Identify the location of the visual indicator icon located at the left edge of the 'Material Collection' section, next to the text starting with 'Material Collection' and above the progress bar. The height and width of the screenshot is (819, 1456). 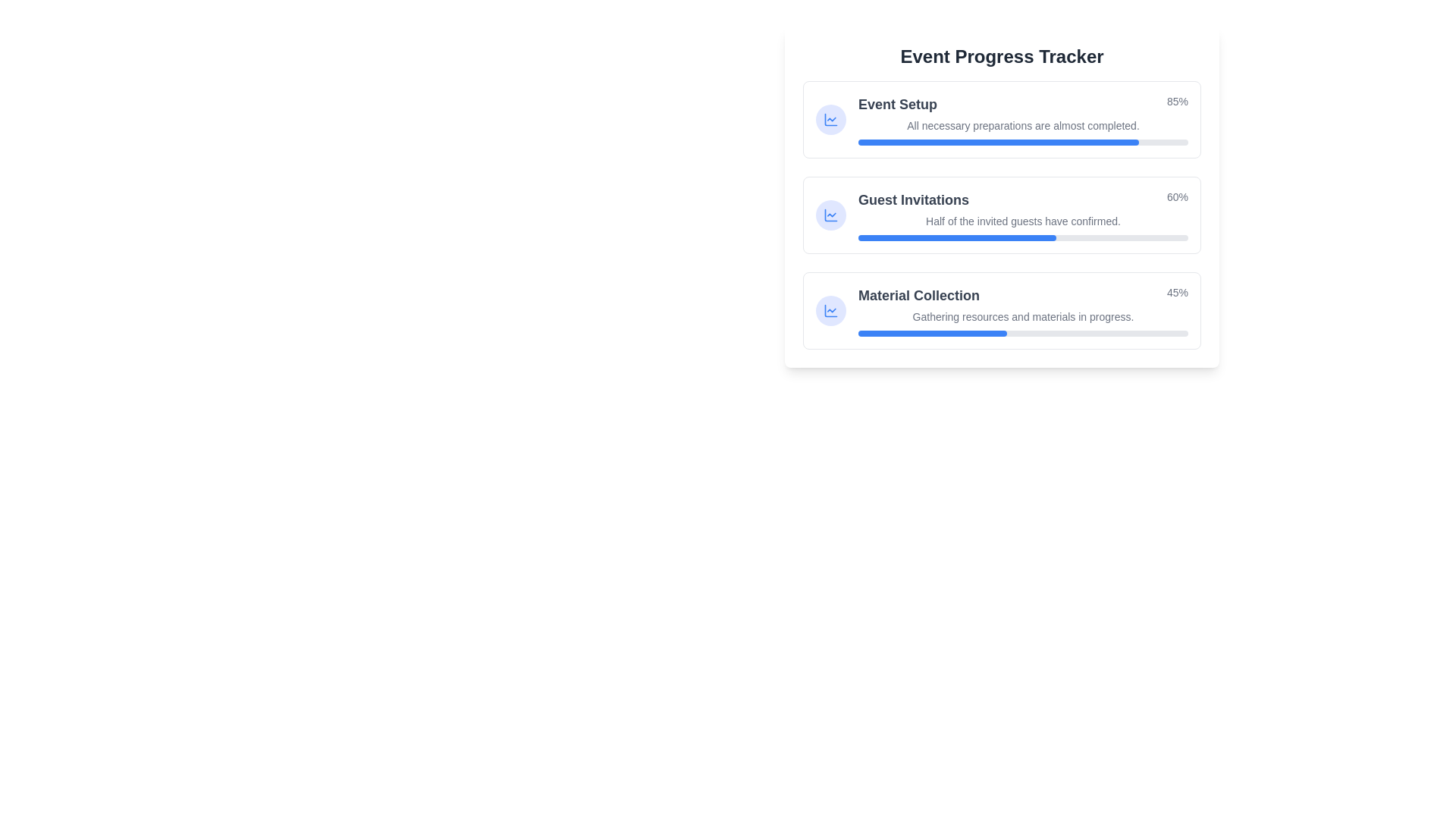
(830, 309).